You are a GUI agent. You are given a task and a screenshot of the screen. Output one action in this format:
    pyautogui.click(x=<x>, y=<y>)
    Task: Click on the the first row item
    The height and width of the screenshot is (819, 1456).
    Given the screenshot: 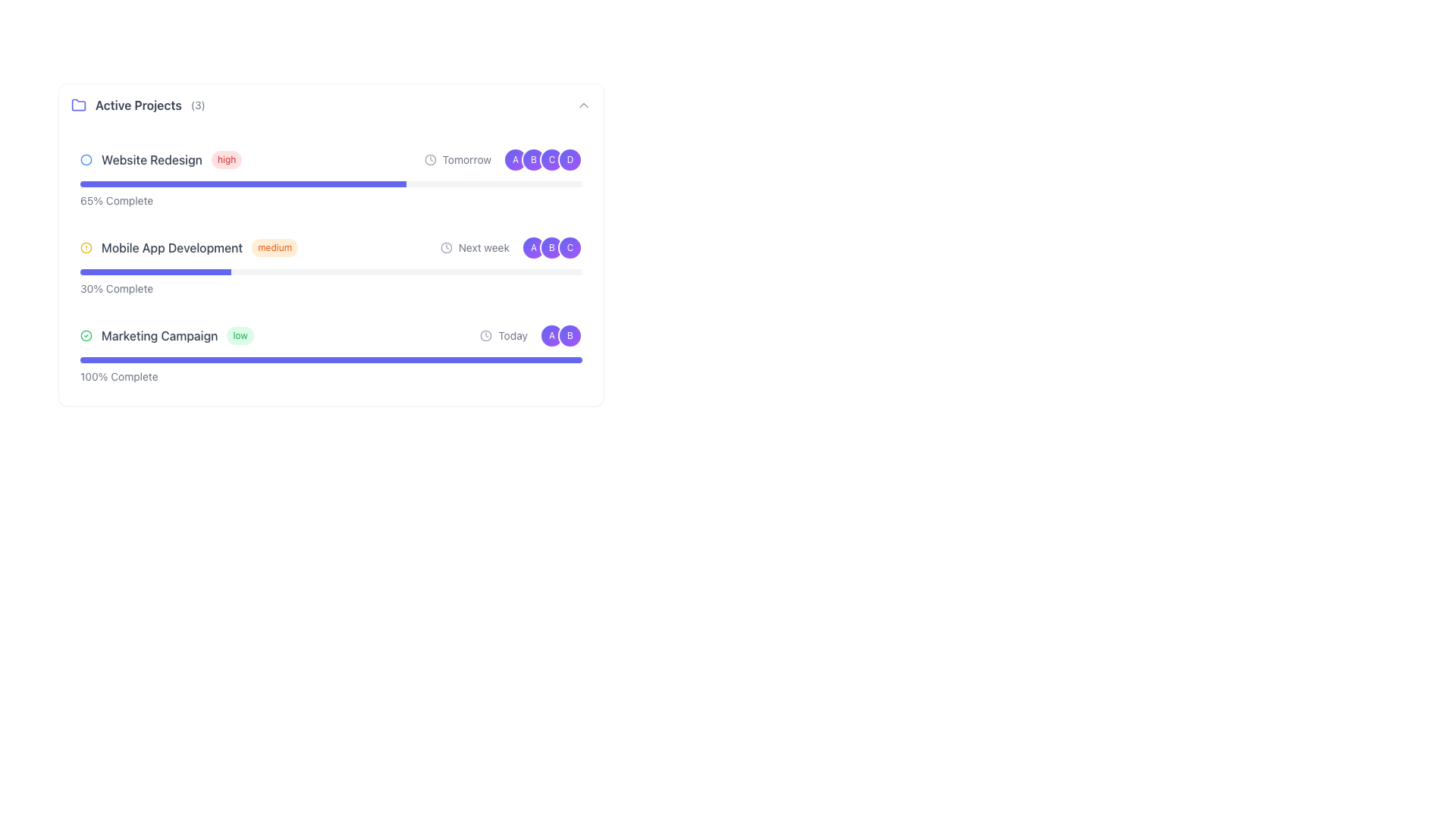 What is the action you would take?
    pyautogui.click(x=252, y=160)
    